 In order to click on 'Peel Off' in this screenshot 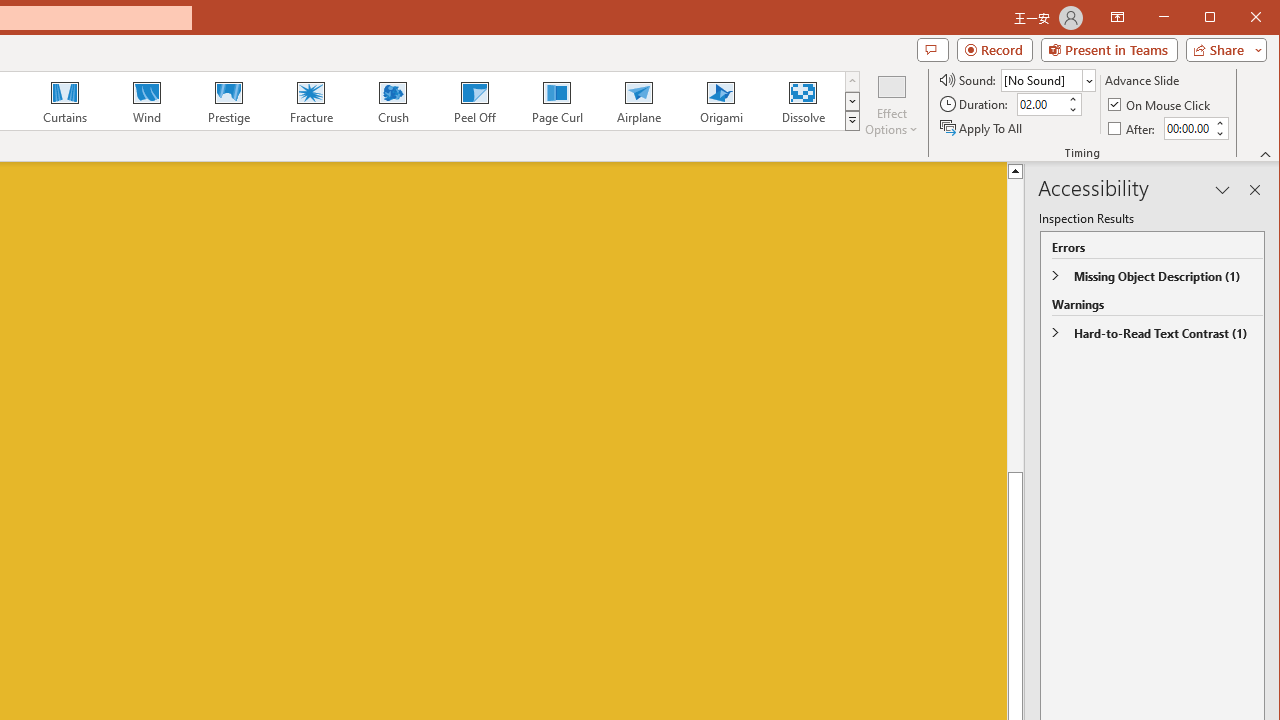, I will do `click(473, 100)`.